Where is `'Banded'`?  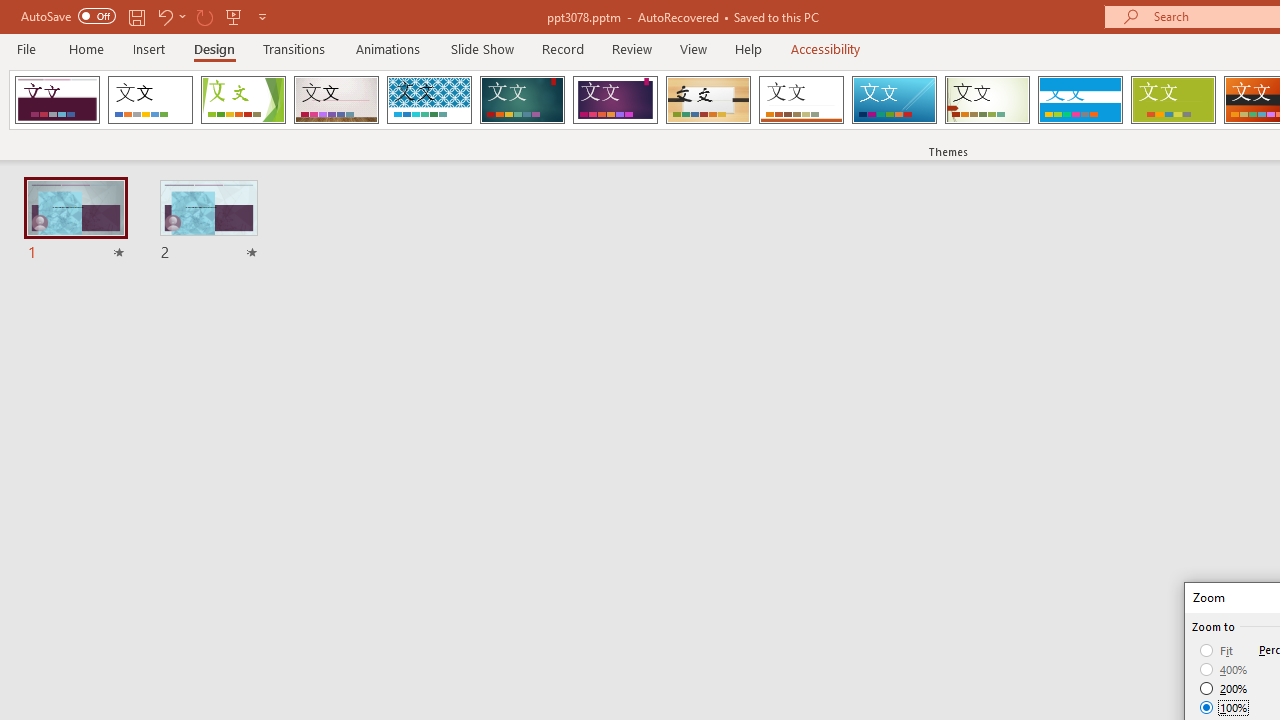
'Banded' is located at coordinates (1079, 100).